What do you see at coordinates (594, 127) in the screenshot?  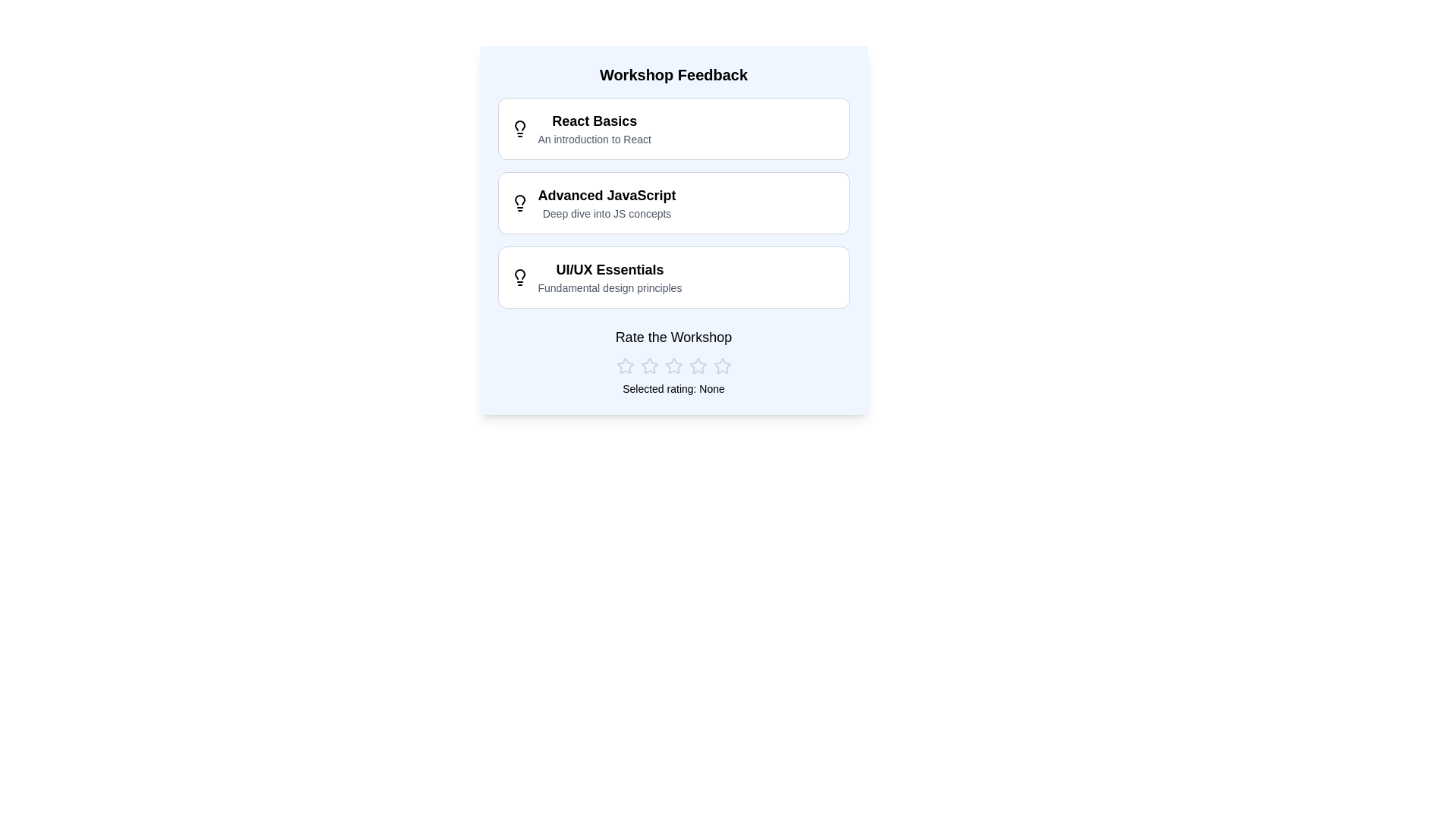 I see `text from the title and description of the introductory session on React, located in the first of the three vertically stacked cards in the 'Workshop Feedback' section, positioned to the right of a light bulb icon` at bounding box center [594, 127].